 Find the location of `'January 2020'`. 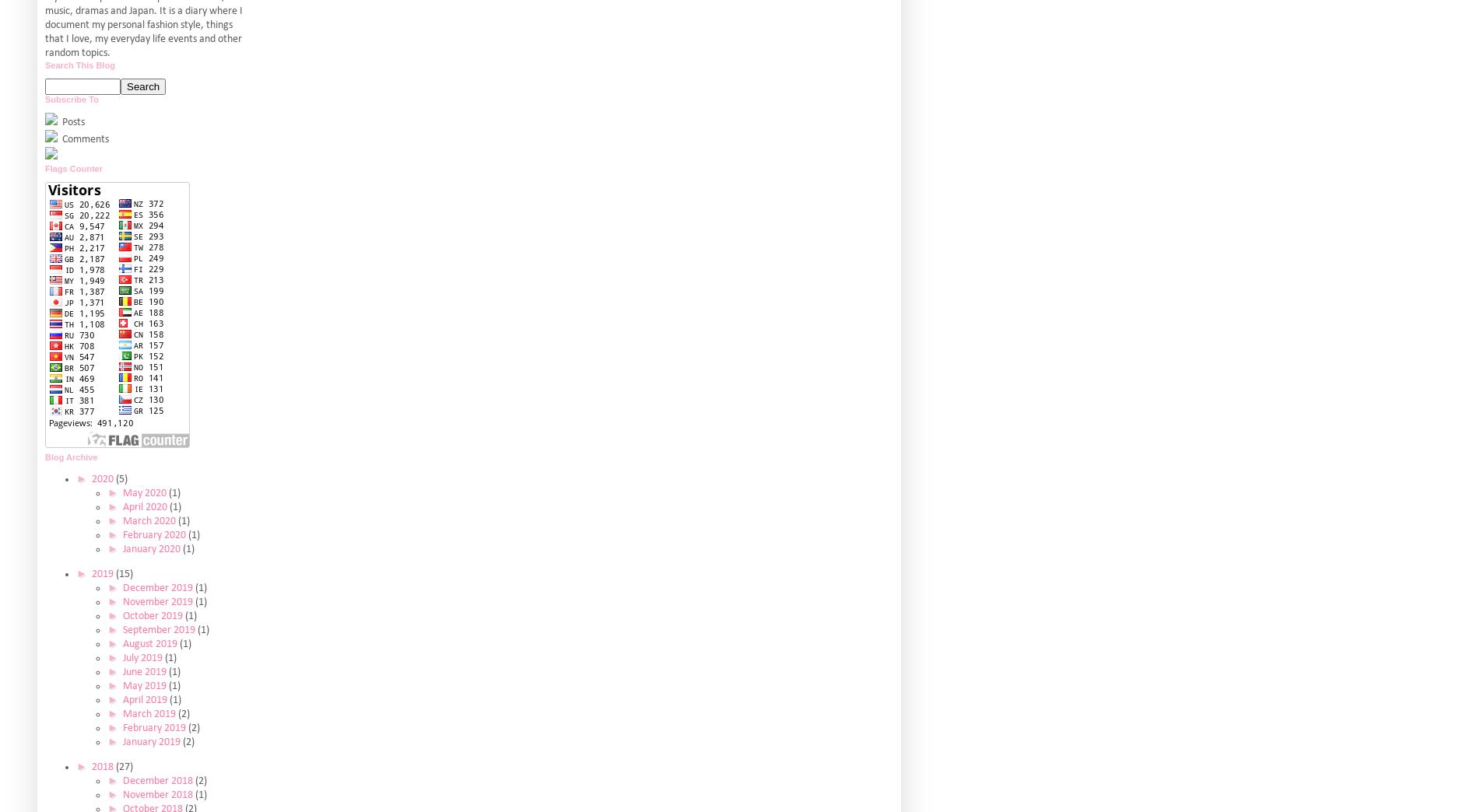

'January 2020' is located at coordinates (151, 548).